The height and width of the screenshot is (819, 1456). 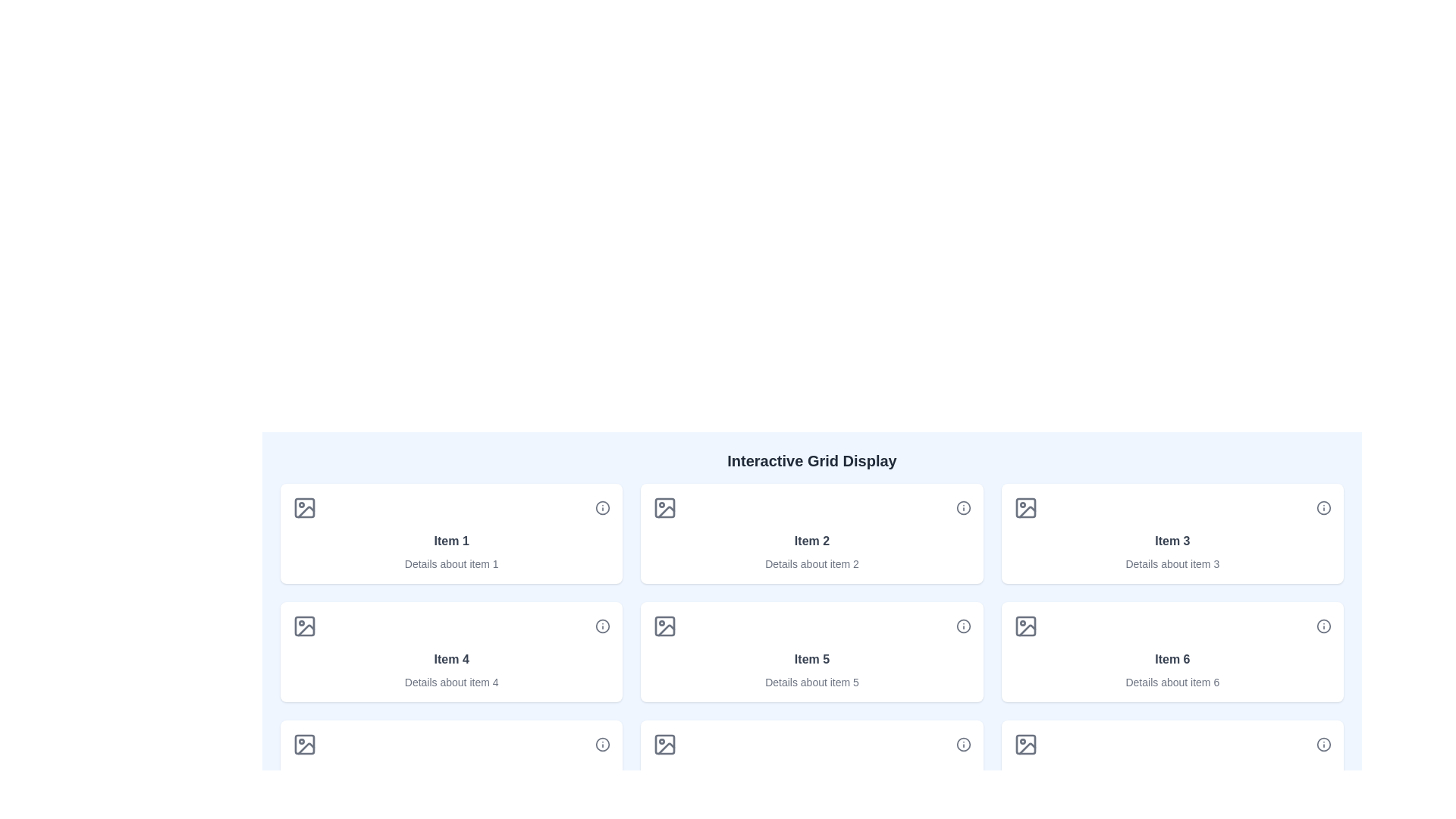 What do you see at coordinates (304, 744) in the screenshot?
I see `the small gray image icon with a circular shape and diagonal line segment, located` at bounding box center [304, 744].